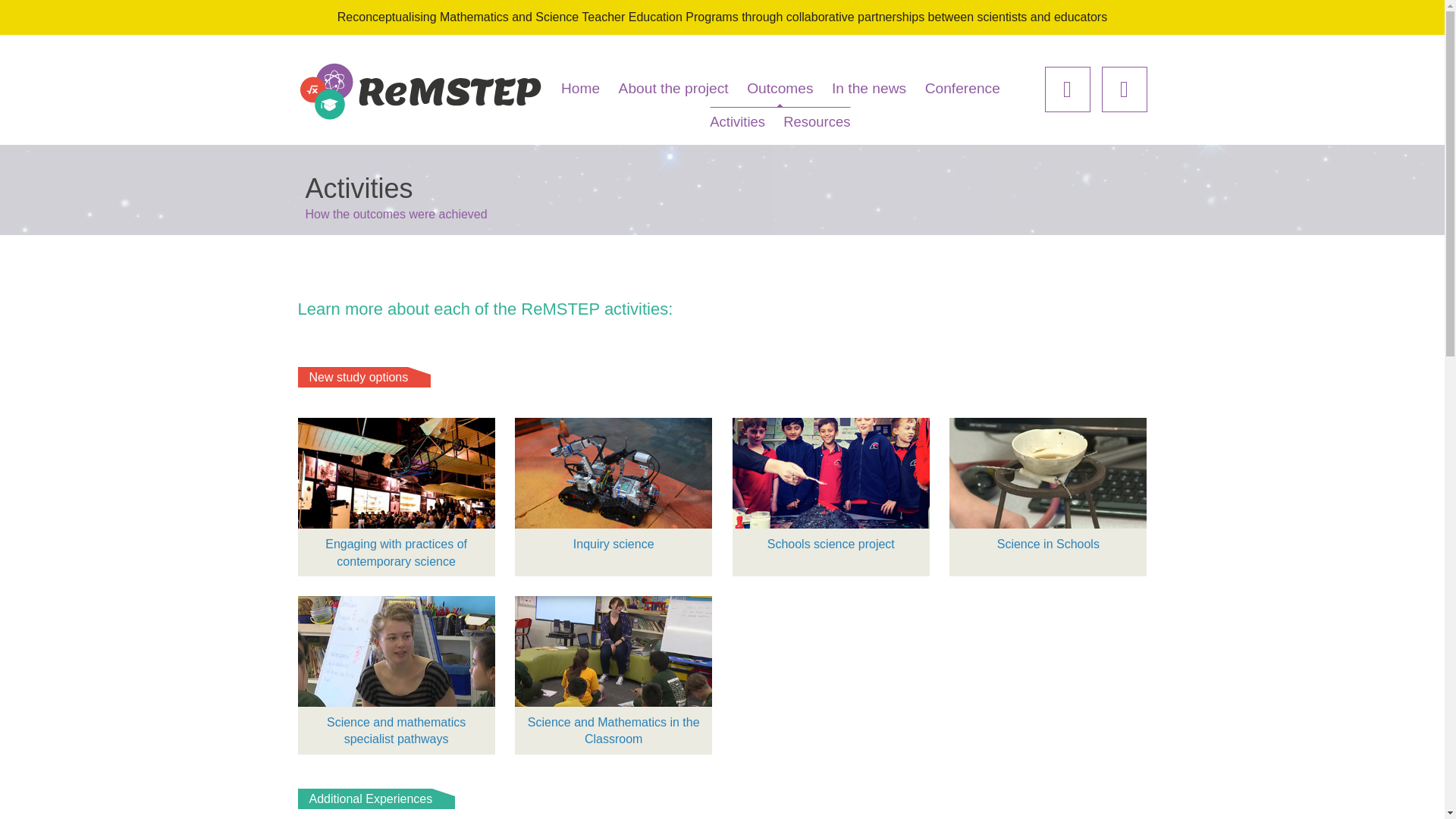 The width and height of the screenshot is (1456, 819). I want to click on 'Resources', so click(815, 121).